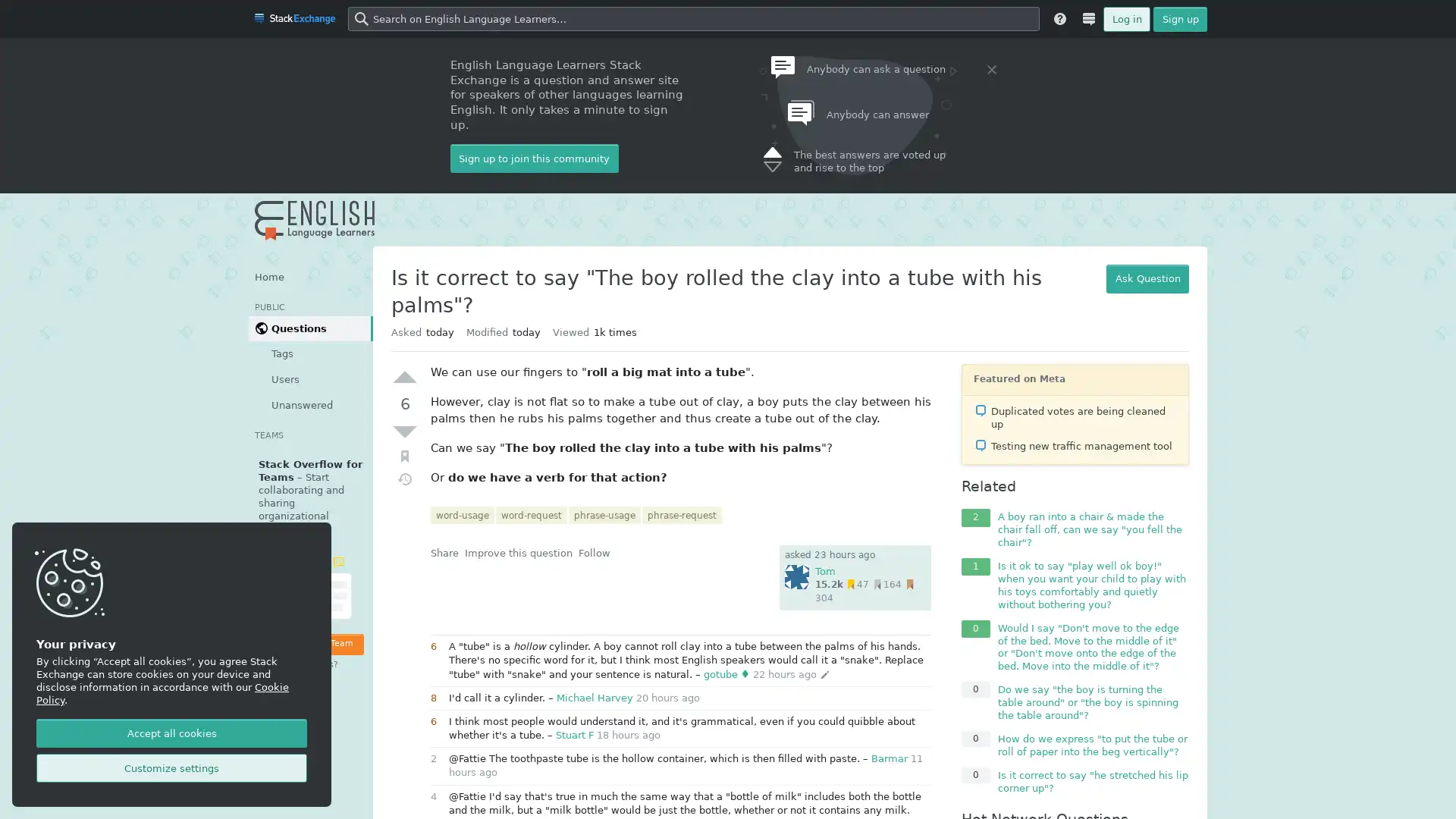 The width and height of the screenshot is (1456, 819). I want to click on Follow, so click(593, 553).